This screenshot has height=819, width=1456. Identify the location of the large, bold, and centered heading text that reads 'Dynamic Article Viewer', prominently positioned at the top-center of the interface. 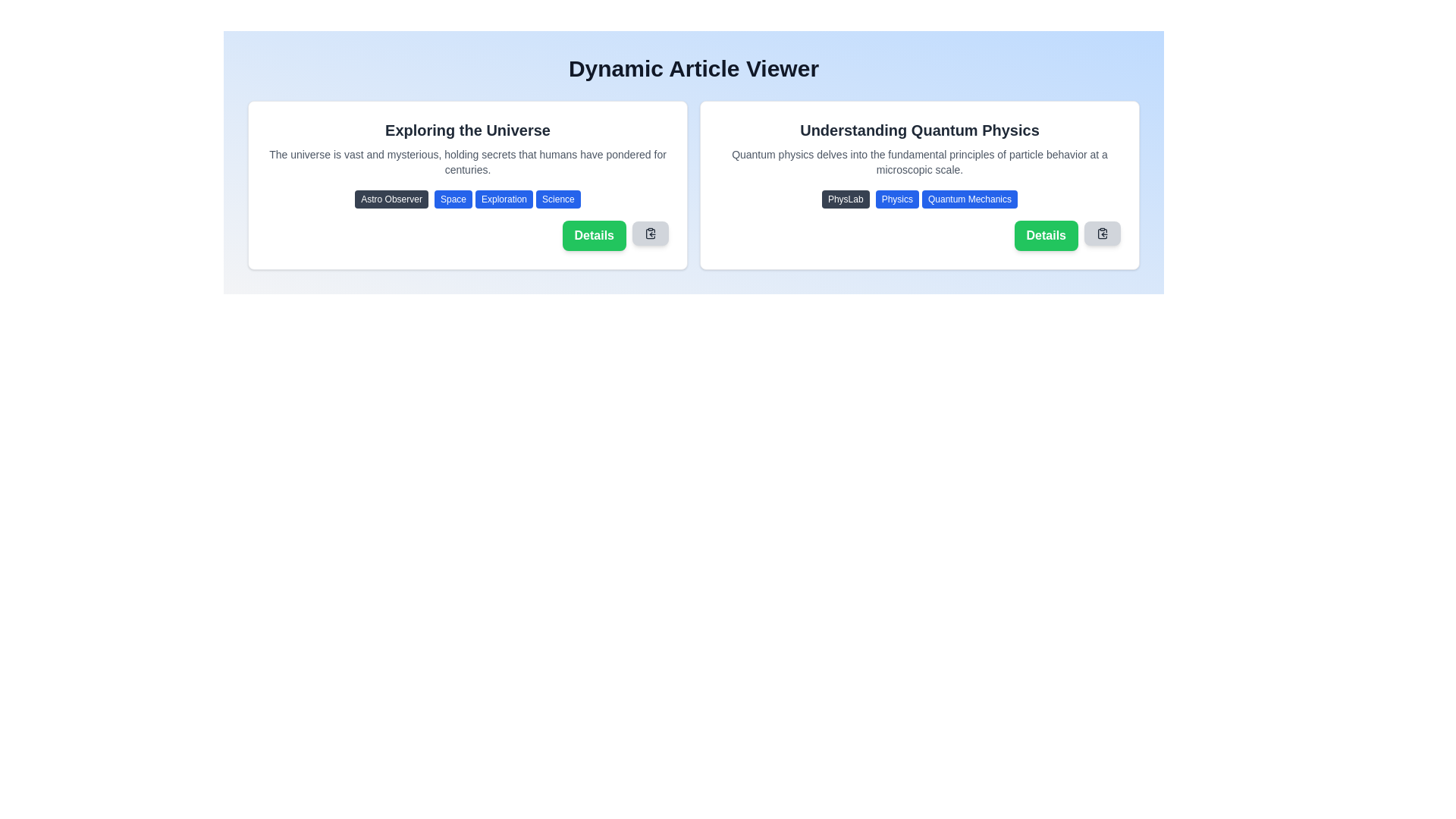
(693, 69).